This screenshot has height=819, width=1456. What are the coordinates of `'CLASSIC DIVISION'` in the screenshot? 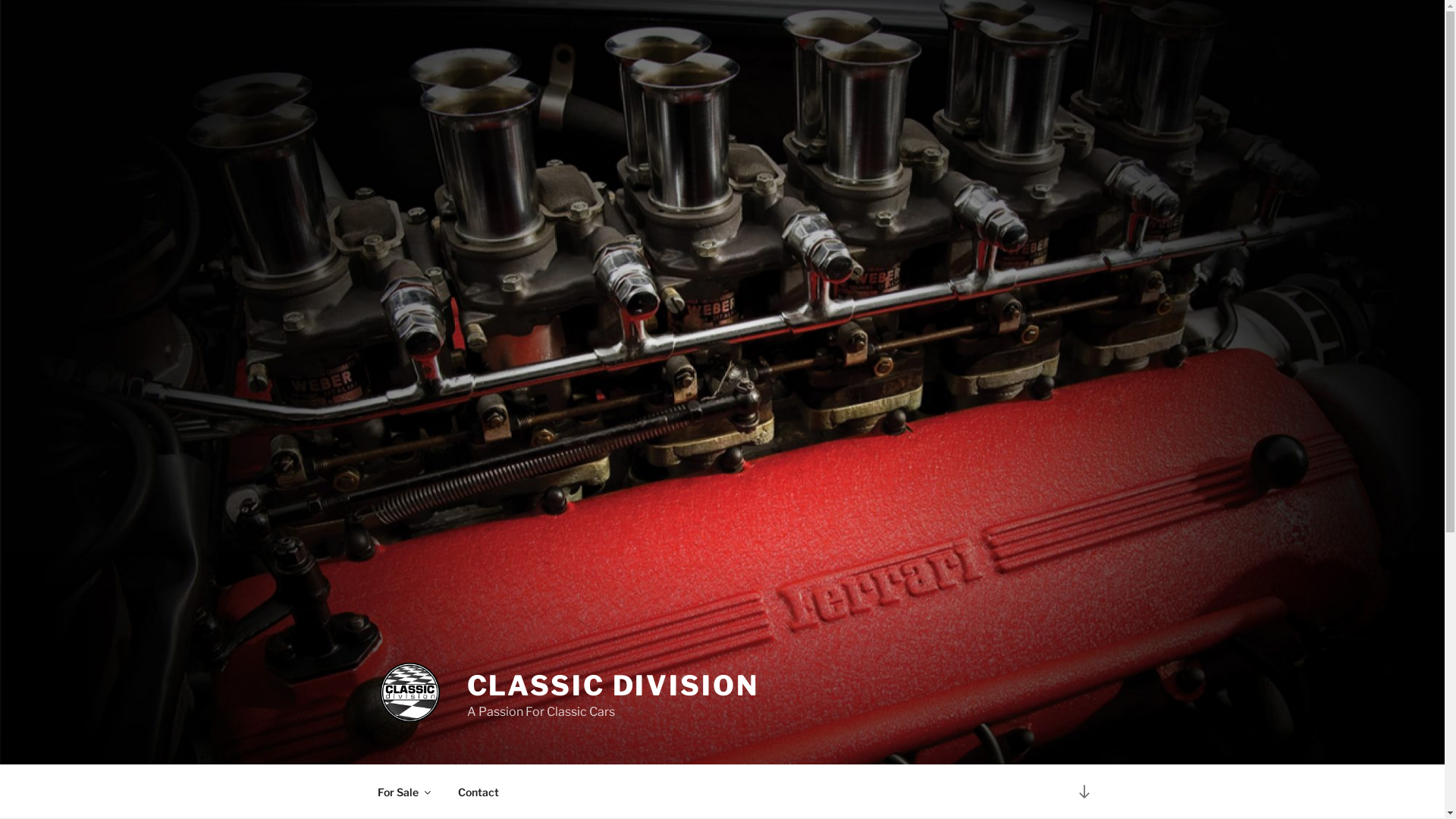 It's located at (613, 685).